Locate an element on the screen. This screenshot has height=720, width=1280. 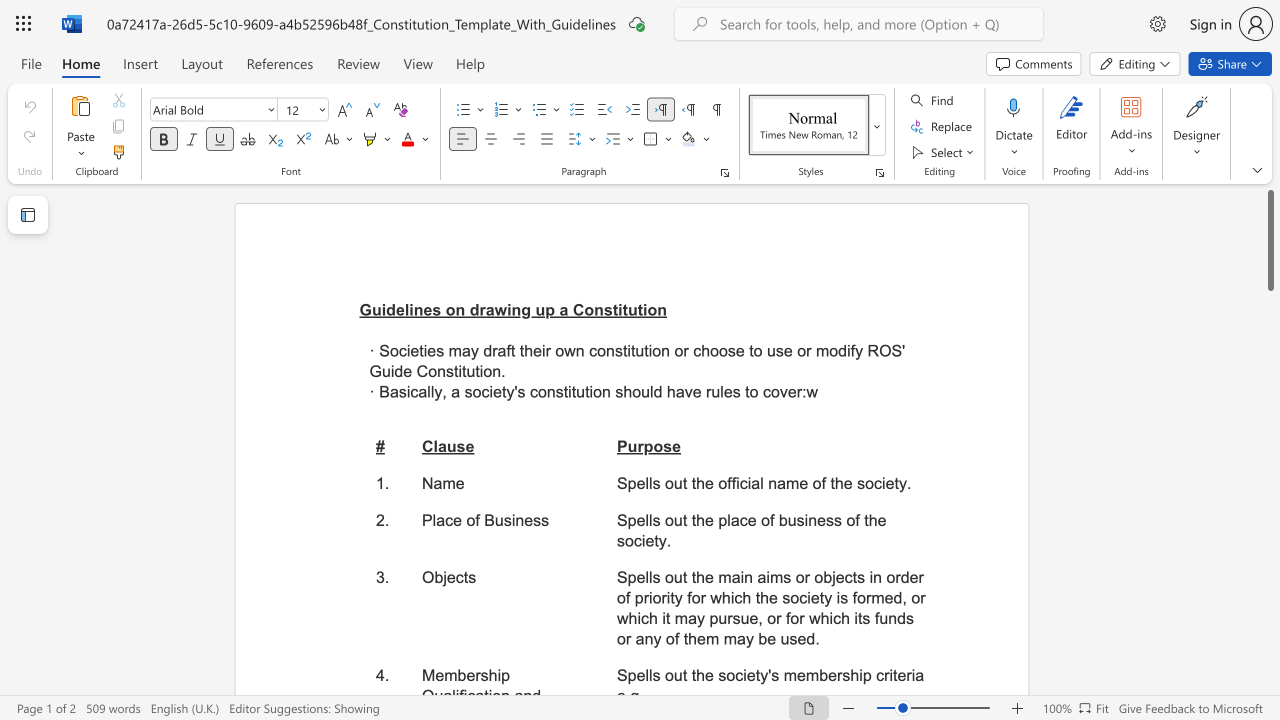
the scrollbar to move the view down is located at coordinates (1269, 630).